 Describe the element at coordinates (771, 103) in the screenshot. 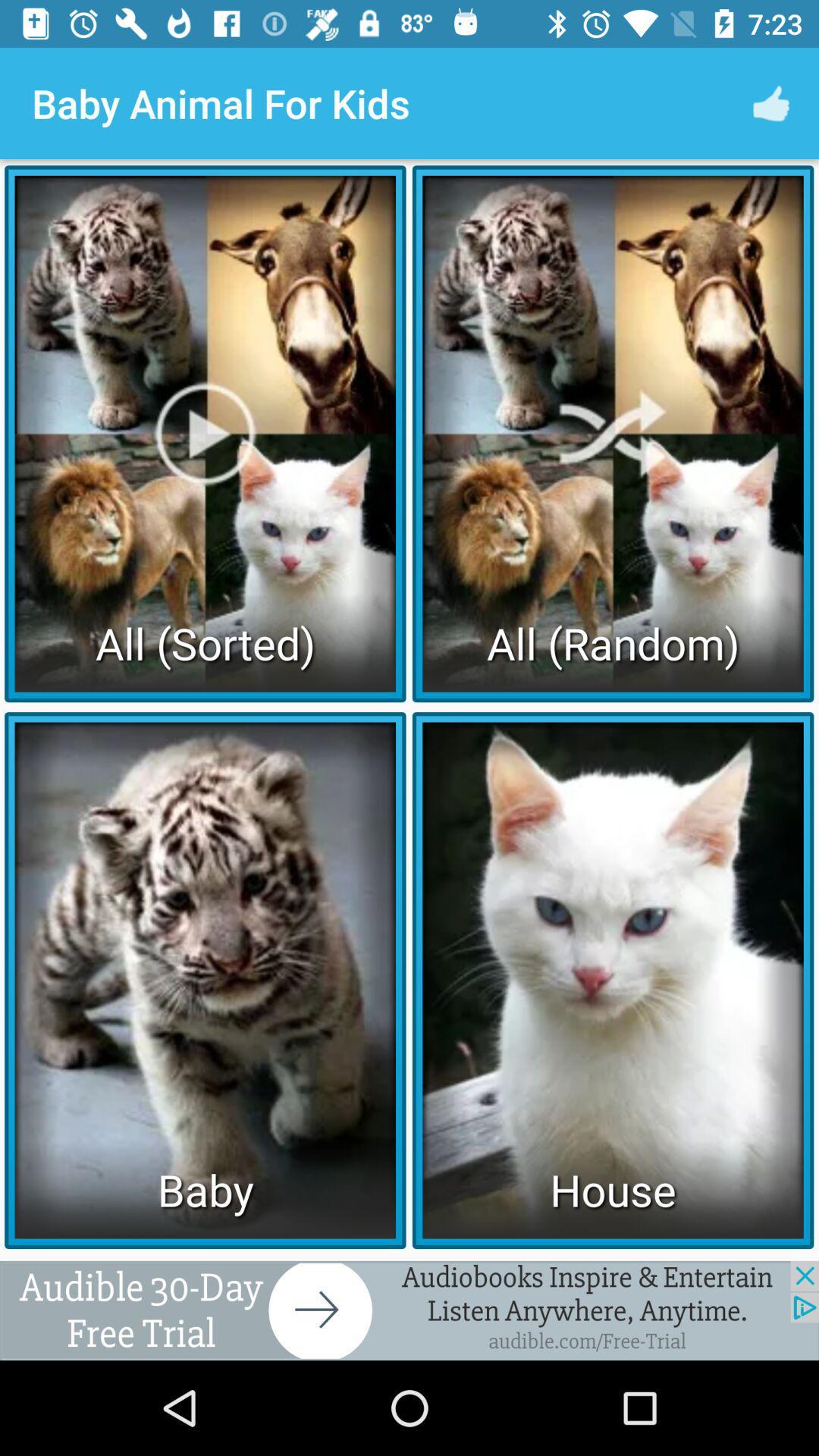

I see `thumbs up symbol` at that location.